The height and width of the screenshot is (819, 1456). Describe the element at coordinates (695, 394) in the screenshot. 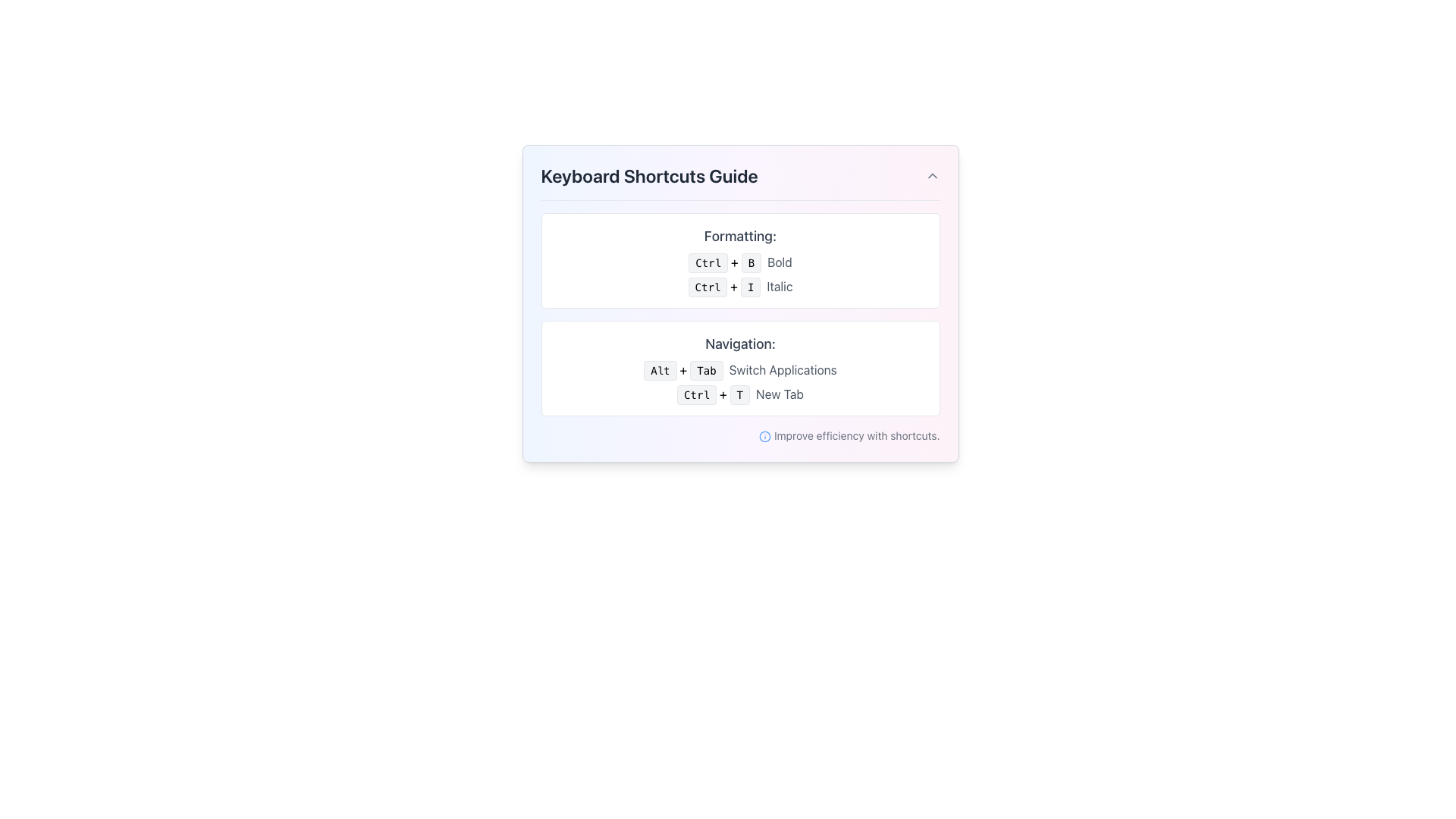

I see `the Text Label with Styling that represents part of the keyboard shortcut sequence for opening a new tab, located in the 'Keyboard Shortcuts Guide' under the 'Navigation' section, positioned before the '+' symbol and 'T'` at that location.